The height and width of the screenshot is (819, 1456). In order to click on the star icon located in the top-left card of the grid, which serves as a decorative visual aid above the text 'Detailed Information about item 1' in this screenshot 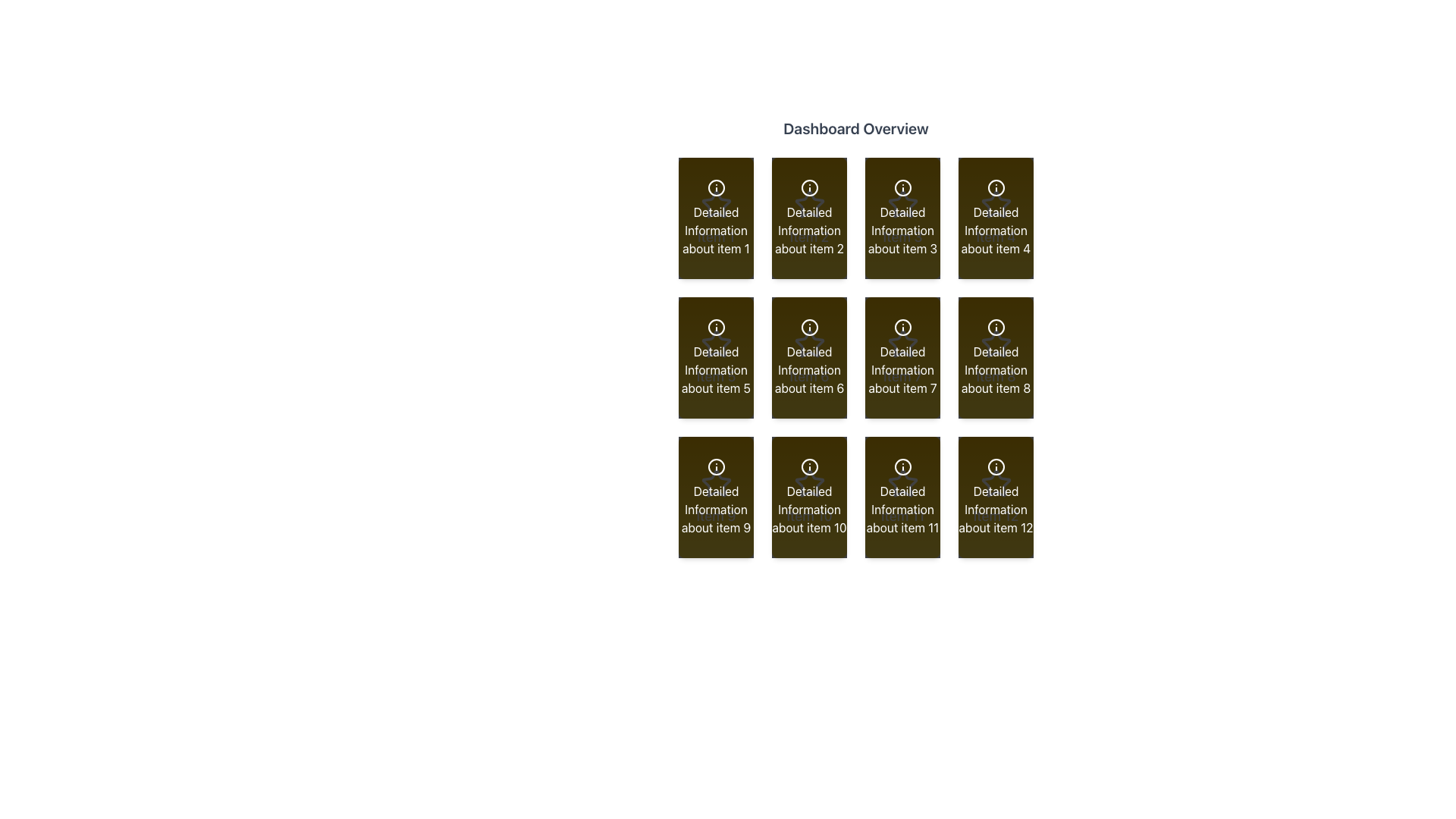, I will do `click(715, 203)`.